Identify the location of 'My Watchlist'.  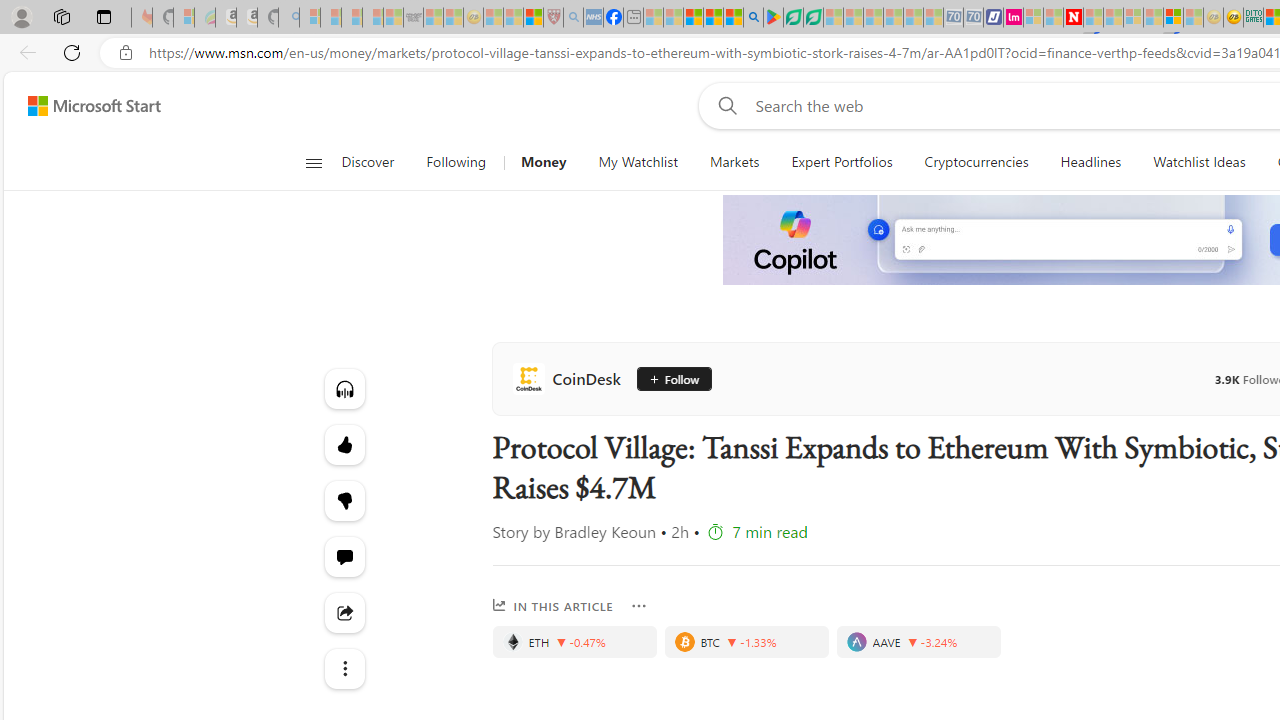
(637, 162).